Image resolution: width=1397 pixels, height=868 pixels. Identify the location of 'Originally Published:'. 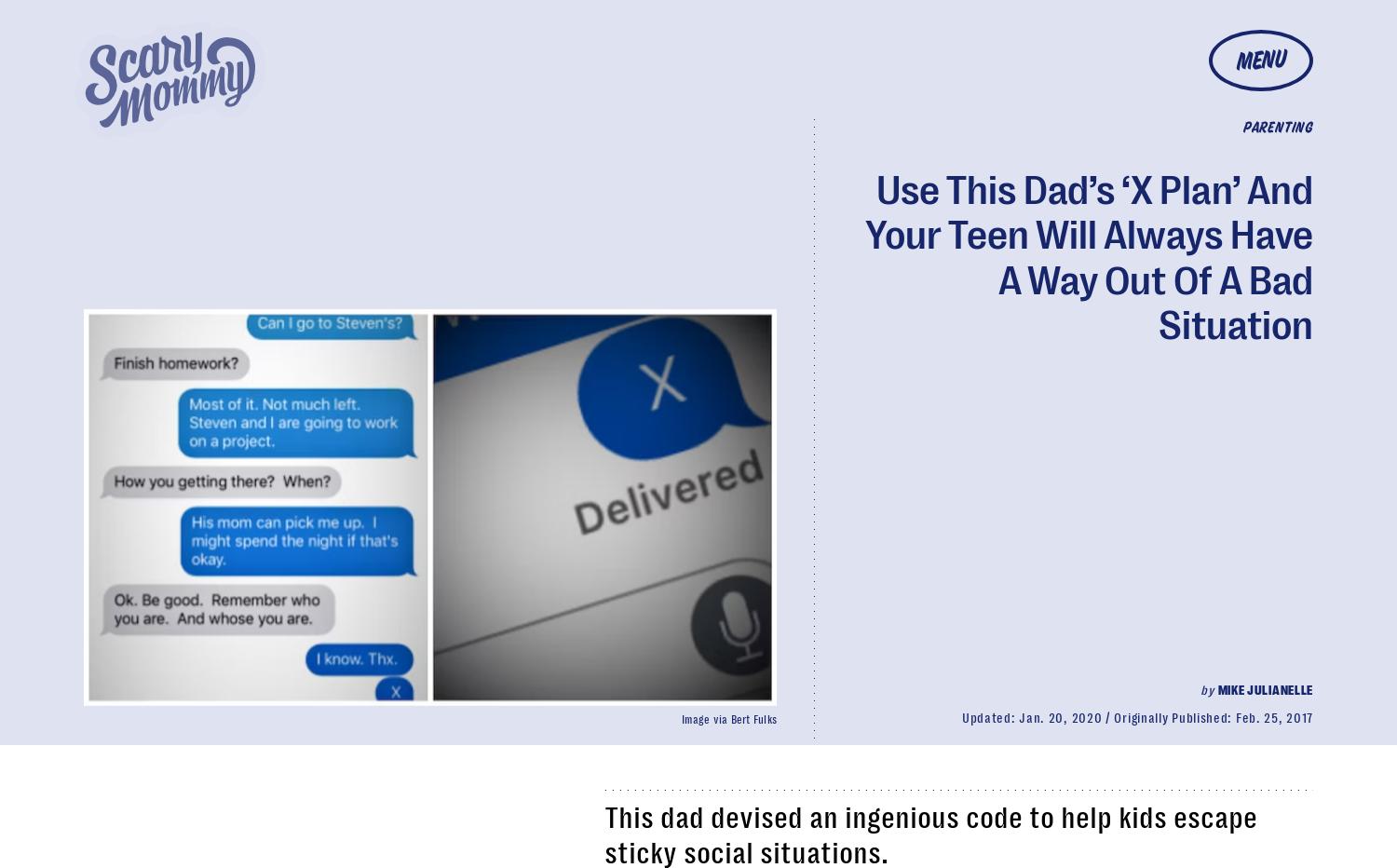
(1174, 717).